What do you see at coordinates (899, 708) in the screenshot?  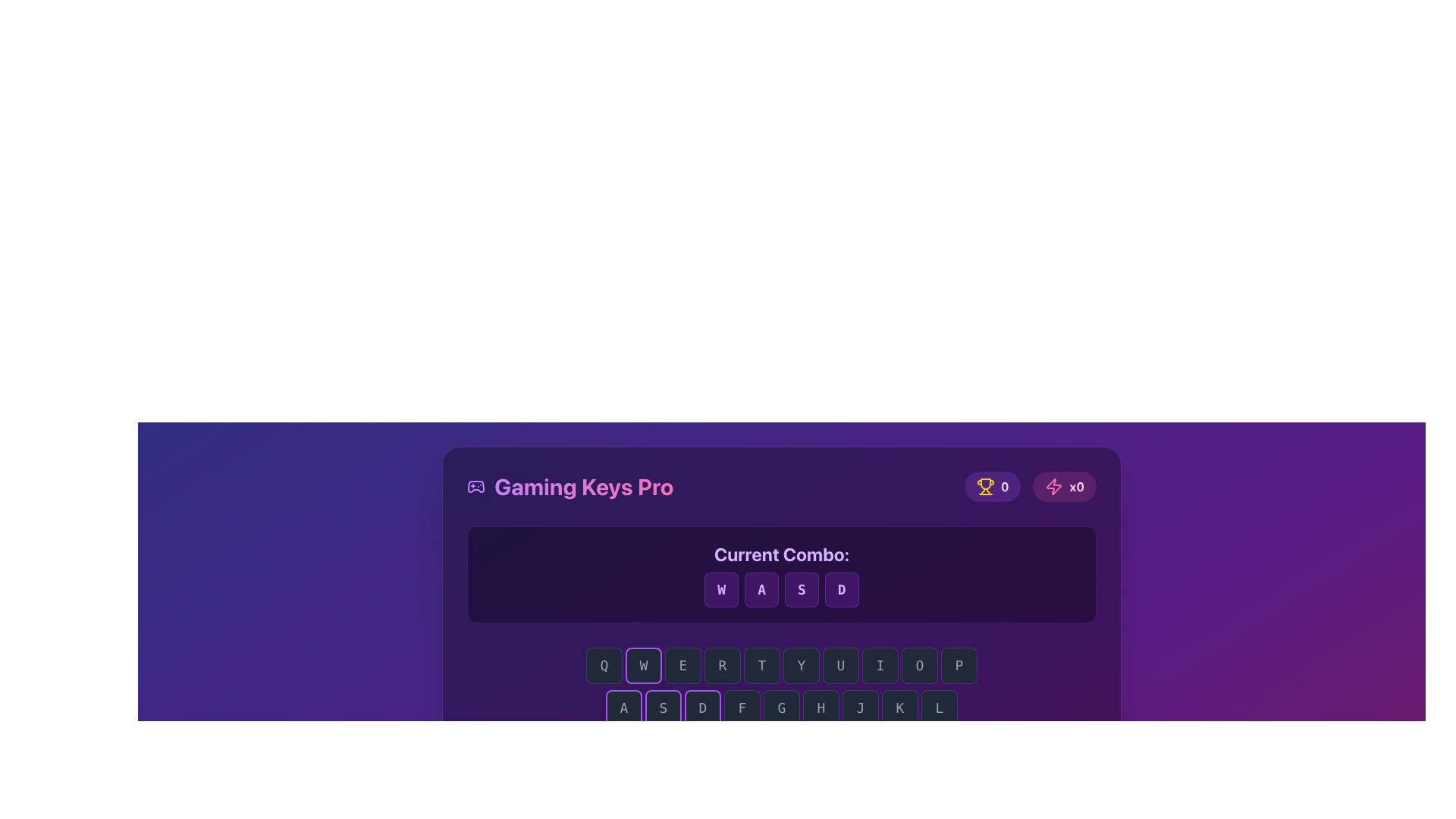 I see `the square-shaped key with a dark gray background and a centered letter 'K', which is the eighth key from the left in the row of keyboard-style keys 'ASDFGHJKL'` at bounding box center [899, 708].